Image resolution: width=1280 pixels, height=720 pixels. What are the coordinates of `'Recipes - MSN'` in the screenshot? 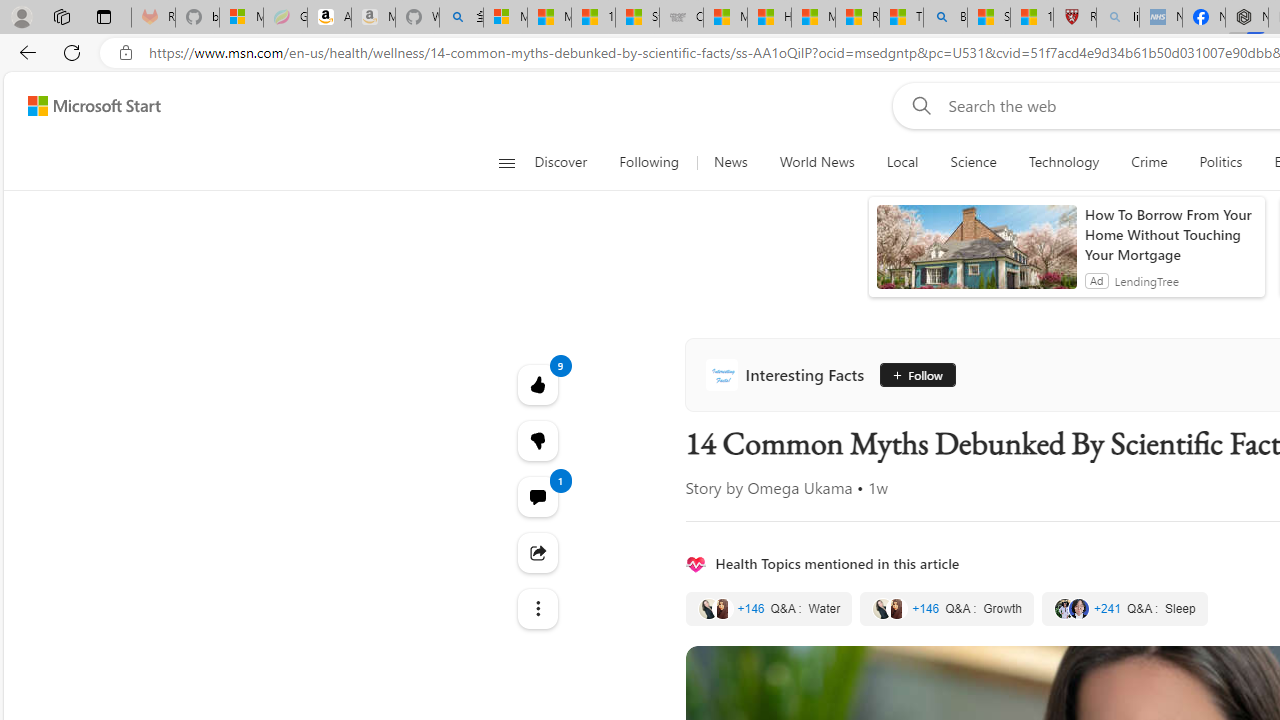 It's located at (857, 17).